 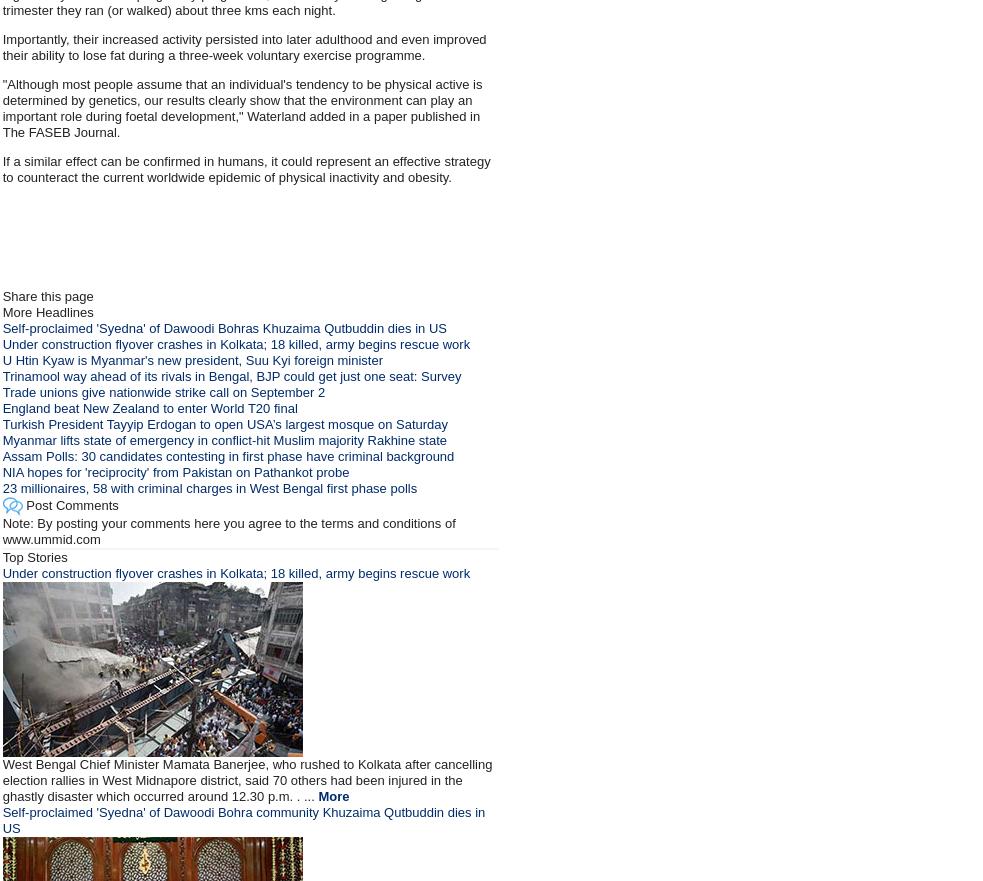 What do you see at coordinates (0, 108) in the screenshot?
I see `'"Although most people assume that an individual's tendency to be physical active is determined by genetics, our results clearly show that the environment can play an important role during foetal development," Waterland added in a paper published in The FASEB Journal.'` at bounding box center [0, 108].